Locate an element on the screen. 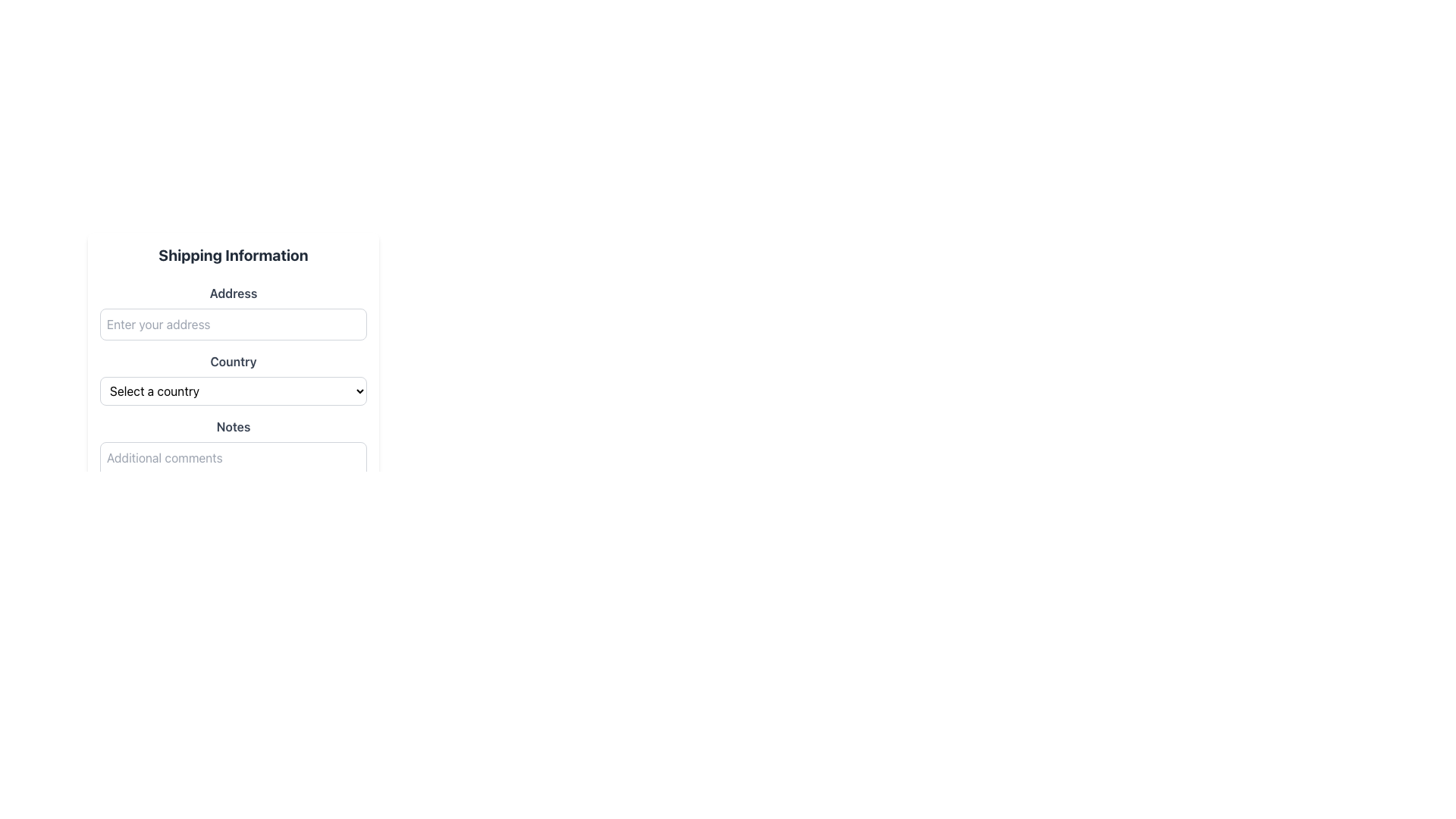  an option from the 'Country' dropdown menu located beneath the 'Country' label in the 'Shipping Information' section is located at coordinates (232, 378).